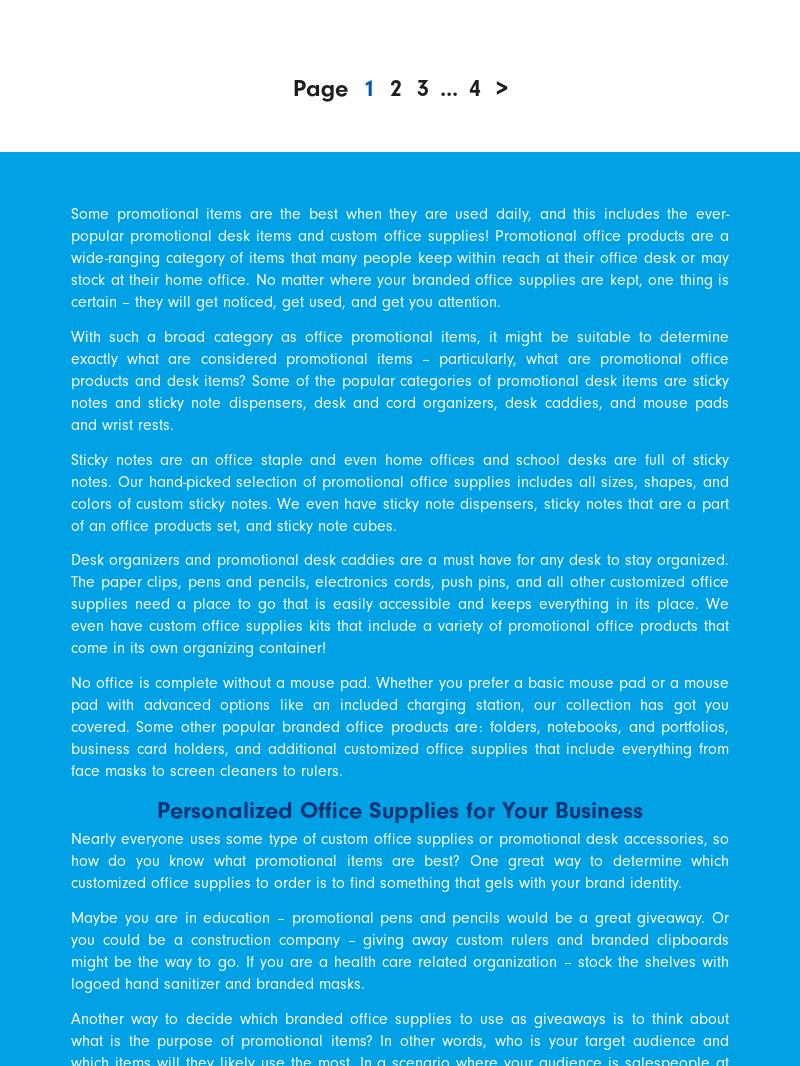  What do you see at coordinates (400, 256) in the screenshot?
I see `'Some promotional items are the best when they are used daily, and this includes the ever-popular promotional desk items and custom office supplies! Promotional office products are a wide-ranging category of items that many people keep within reach at their office desk or may stock at their home office. No matter where your branded office supplies are kept, one thing is certain – they will get noticed, get used, and get you attention.'` at bounding box center [400, 256].